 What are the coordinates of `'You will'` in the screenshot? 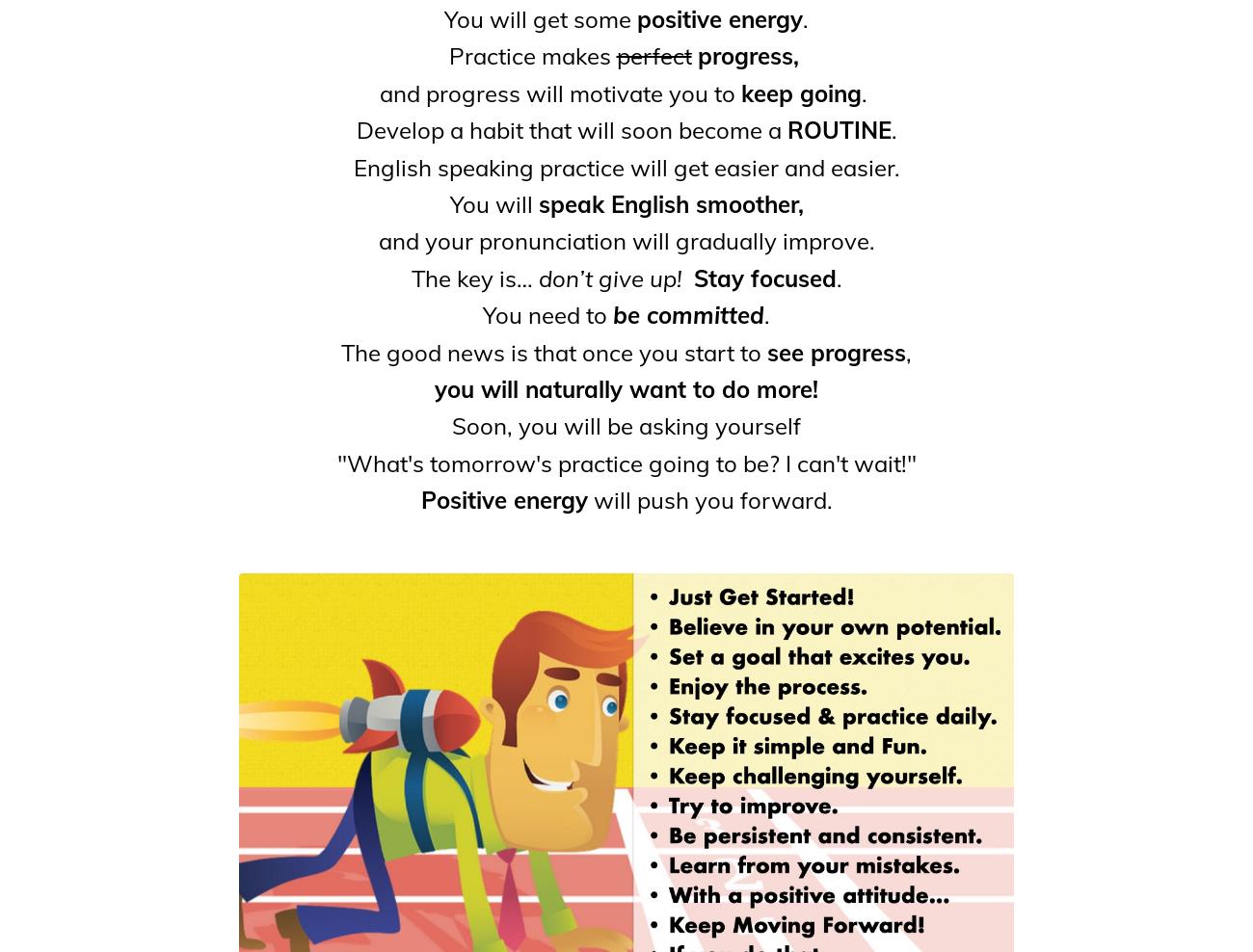 It's located at (493, 203).